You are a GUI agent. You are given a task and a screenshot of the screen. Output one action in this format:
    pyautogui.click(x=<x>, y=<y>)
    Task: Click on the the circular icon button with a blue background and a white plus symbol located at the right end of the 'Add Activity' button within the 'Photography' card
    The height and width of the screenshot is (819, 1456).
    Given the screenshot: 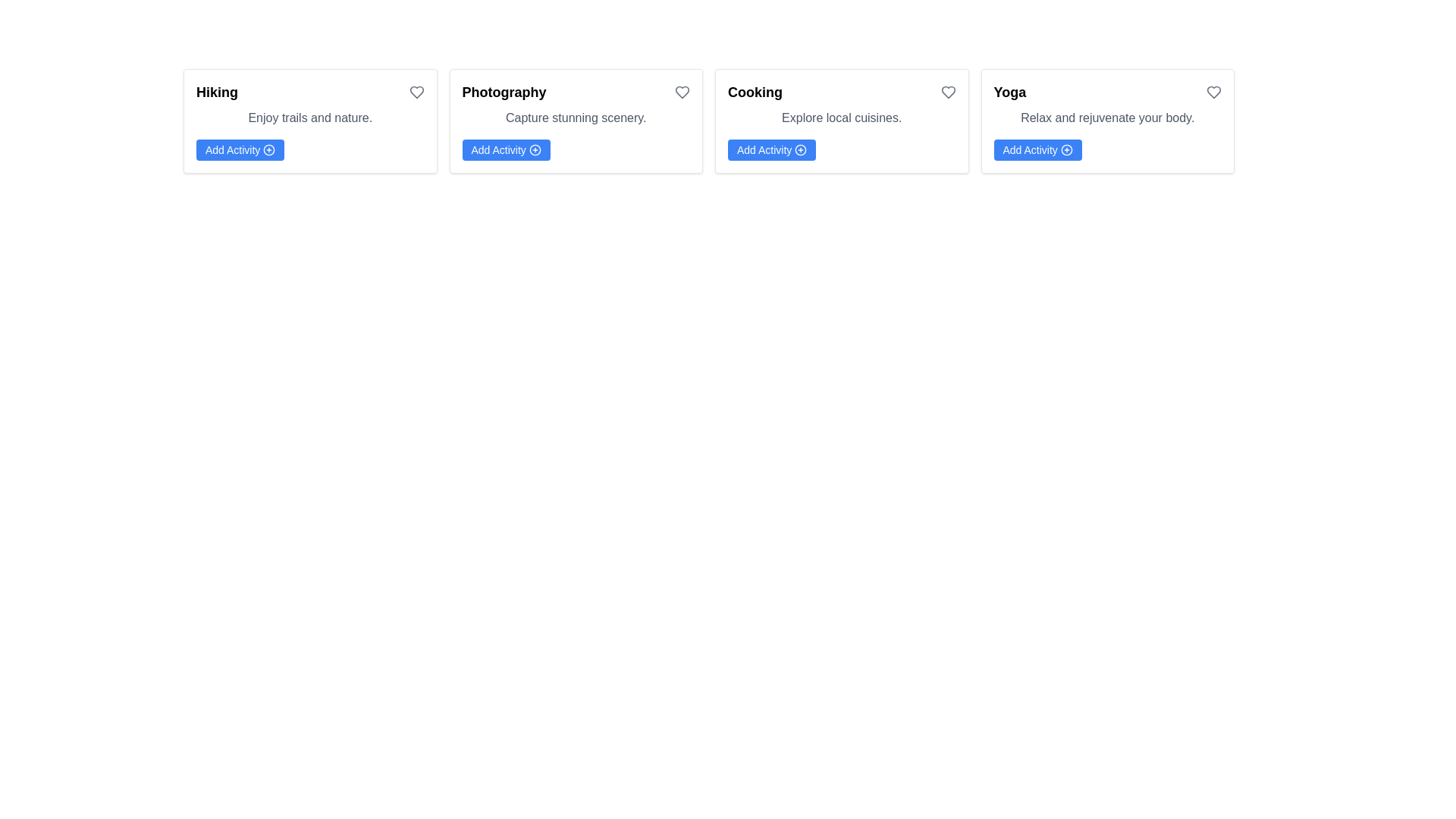 What is the action you would take?
    pyautogui.click(x=535, y=149)
    